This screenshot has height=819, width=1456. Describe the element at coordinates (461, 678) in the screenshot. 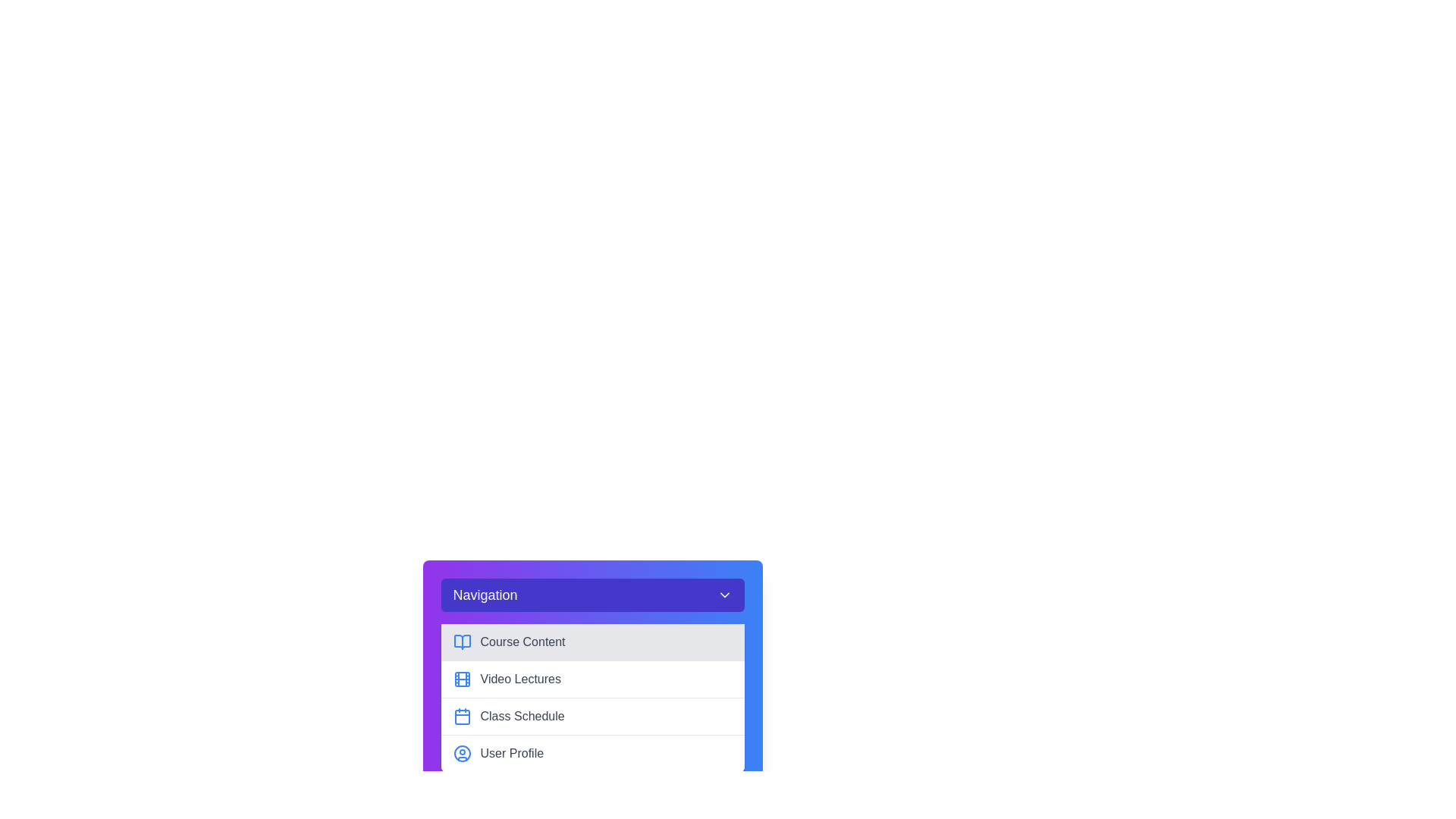

I see `the film strip icon in the navigation menu` at that location.